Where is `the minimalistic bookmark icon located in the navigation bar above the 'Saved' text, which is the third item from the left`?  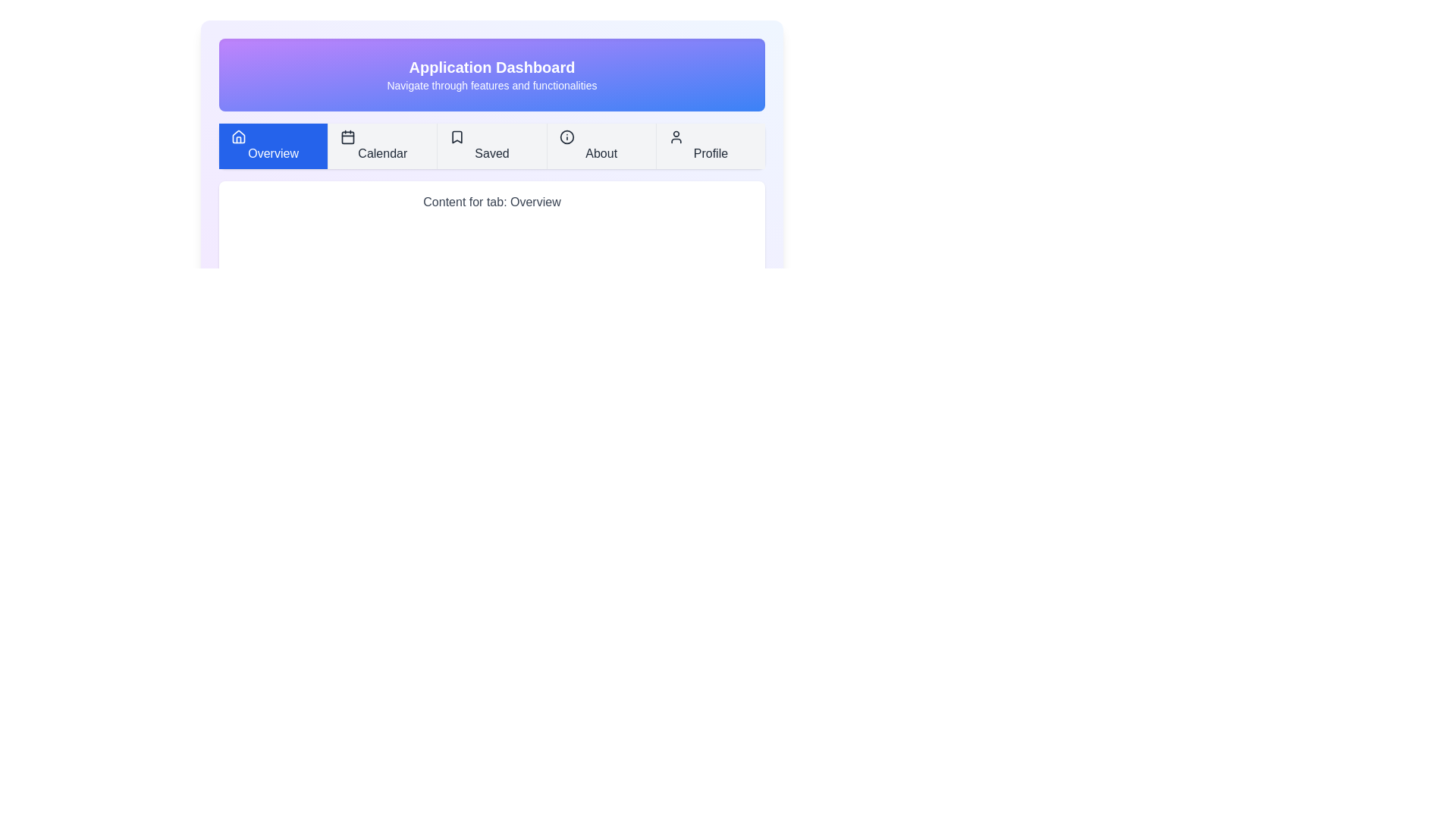
the minimalistic bookmark icon located in the navigation bar above the 'Saved' text, which is the third item from the left is located at coordinates (457, 137).